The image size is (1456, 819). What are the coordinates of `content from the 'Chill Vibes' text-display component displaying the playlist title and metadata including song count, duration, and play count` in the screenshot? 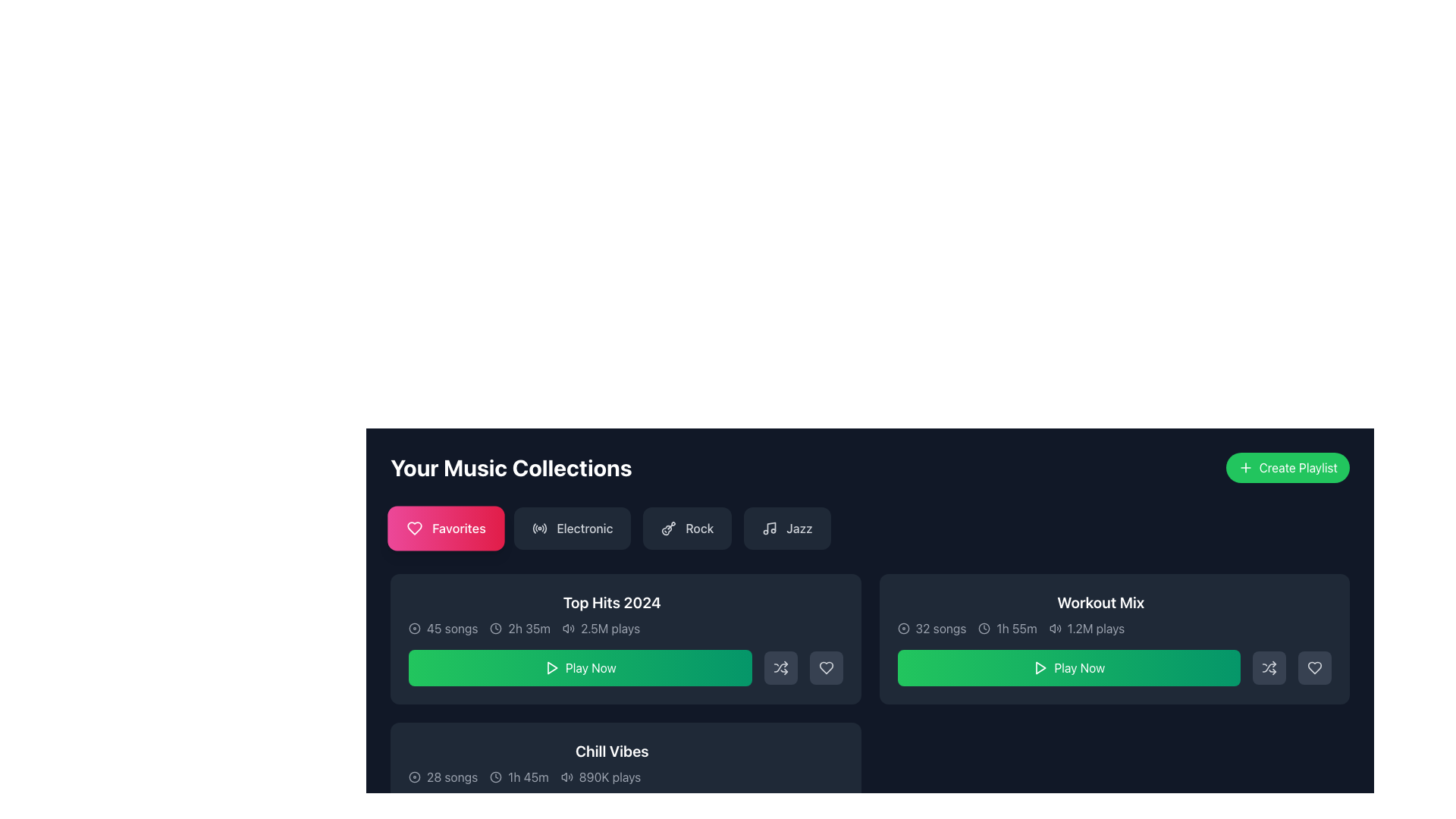 It's located at (626, 763).